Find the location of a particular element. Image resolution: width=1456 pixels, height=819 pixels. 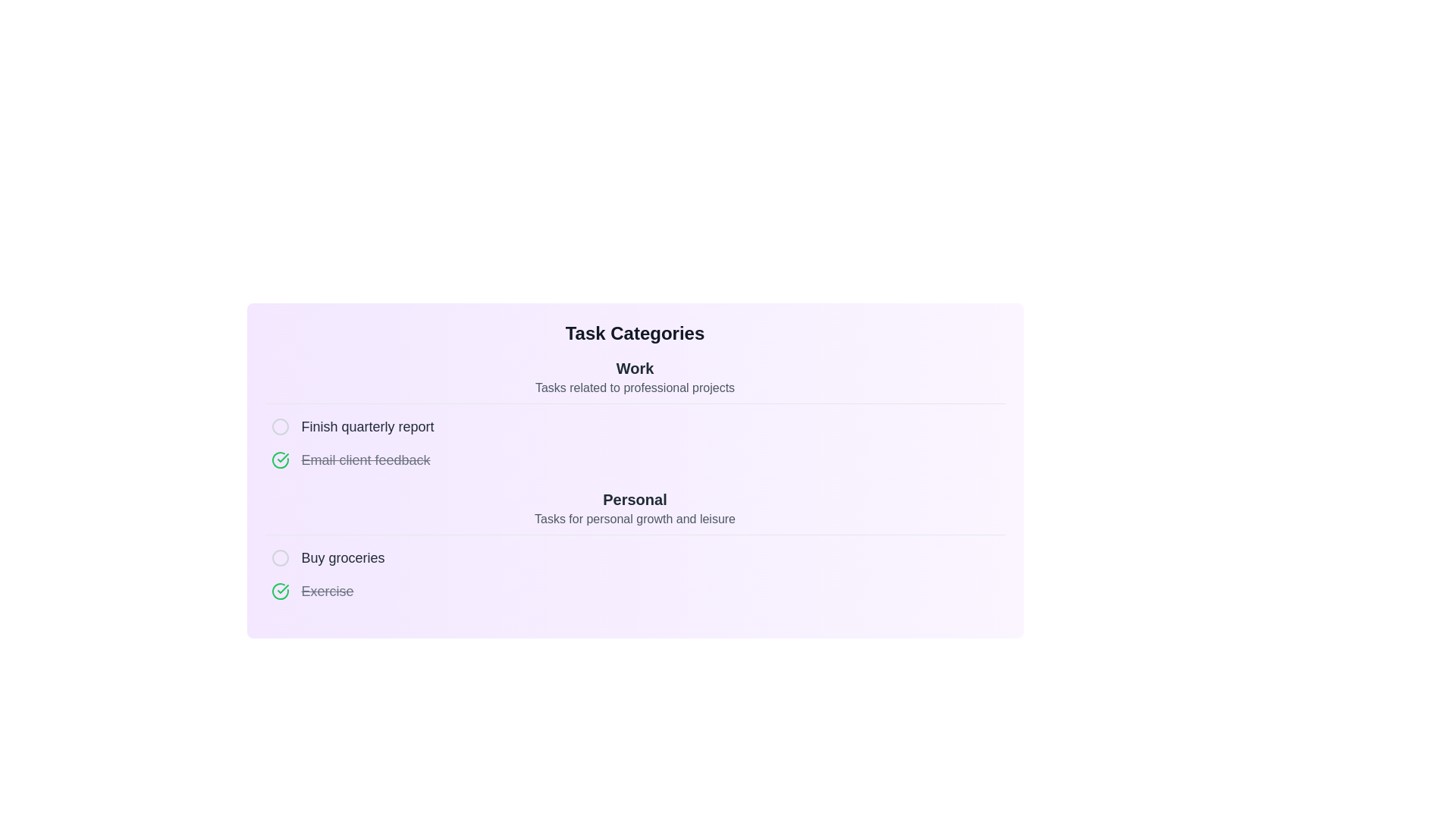

the green-colored circle with a check mark at the bottom of the 'Personal' task category card, adjacent to the 'Exercise' task label is located at coordinates (280, 459).